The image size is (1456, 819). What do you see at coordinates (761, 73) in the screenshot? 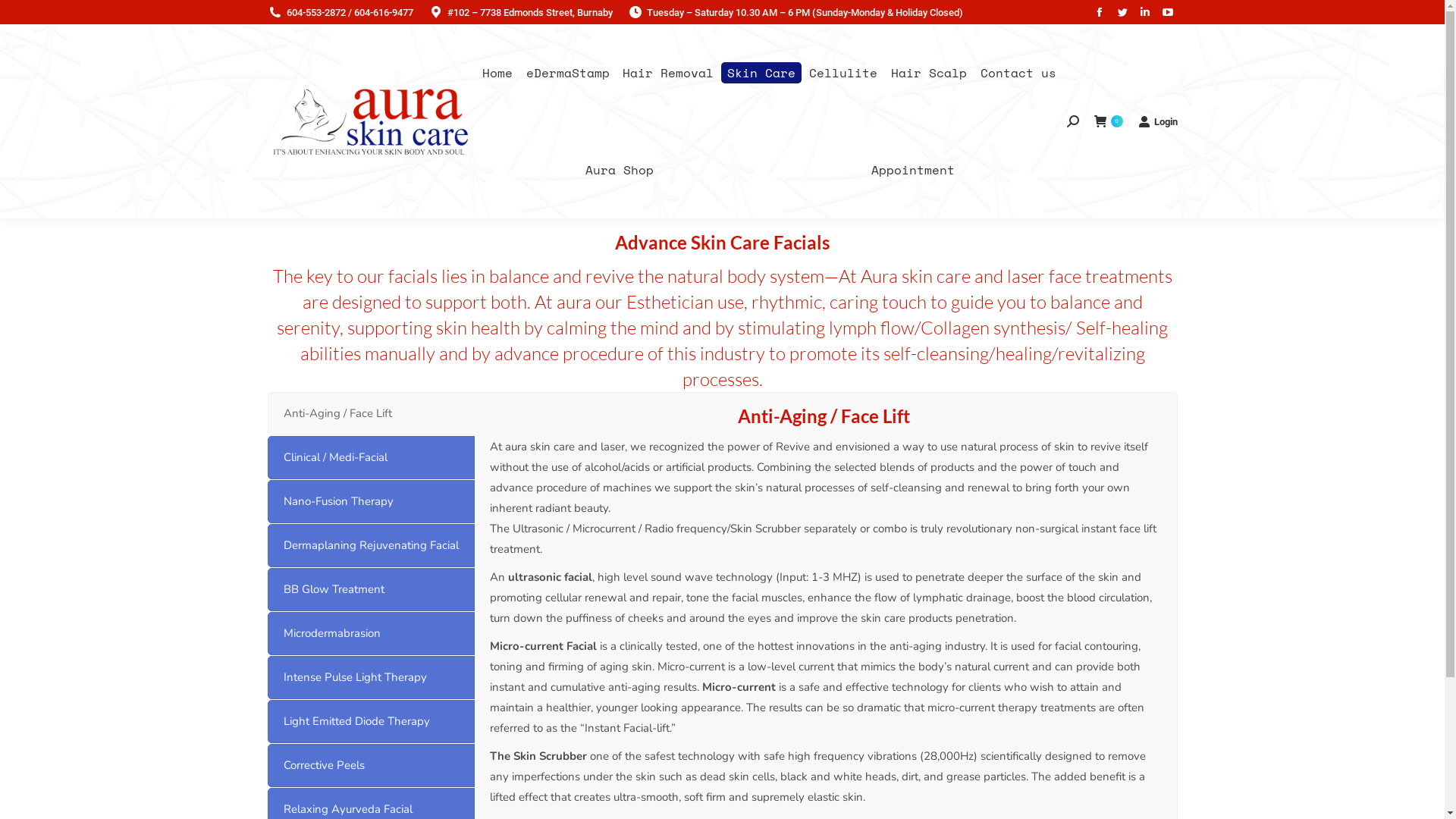
I see `'Skin Care'` at bounding box center [761, 73].